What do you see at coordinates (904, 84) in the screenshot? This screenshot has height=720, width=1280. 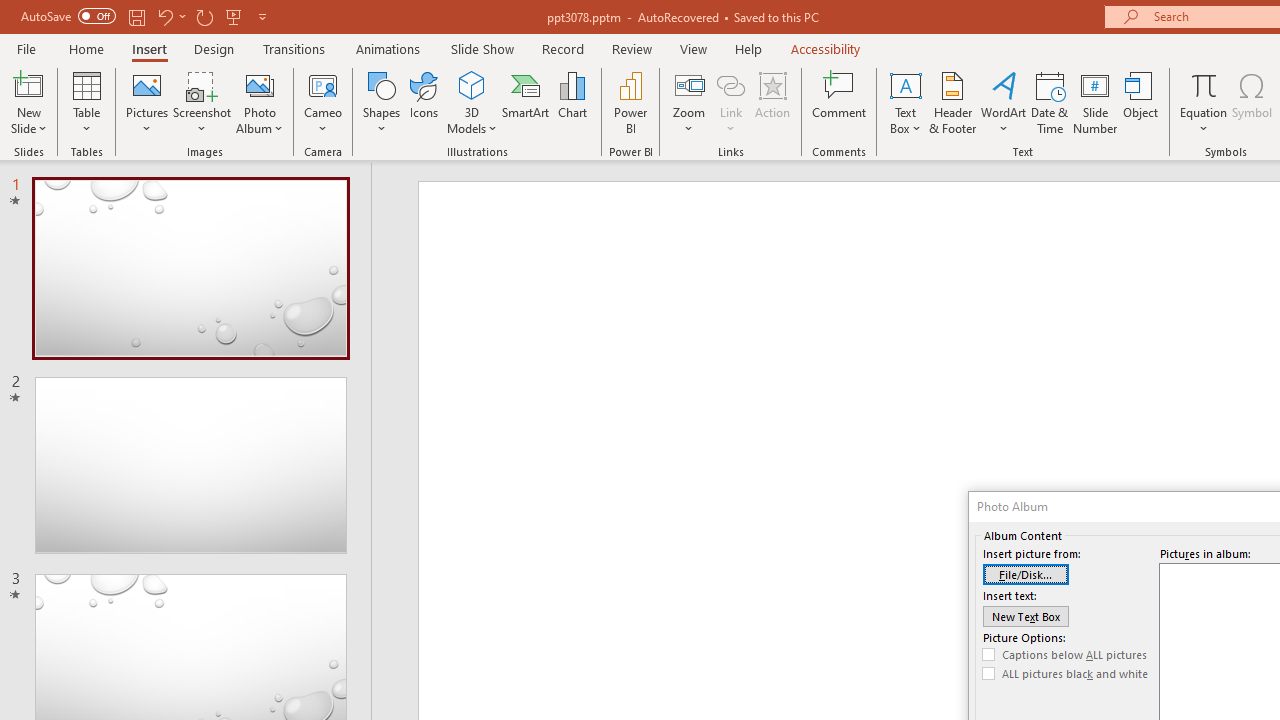 I see `'Draw Horizontal Text Box'` at bounding box center [904, 84].